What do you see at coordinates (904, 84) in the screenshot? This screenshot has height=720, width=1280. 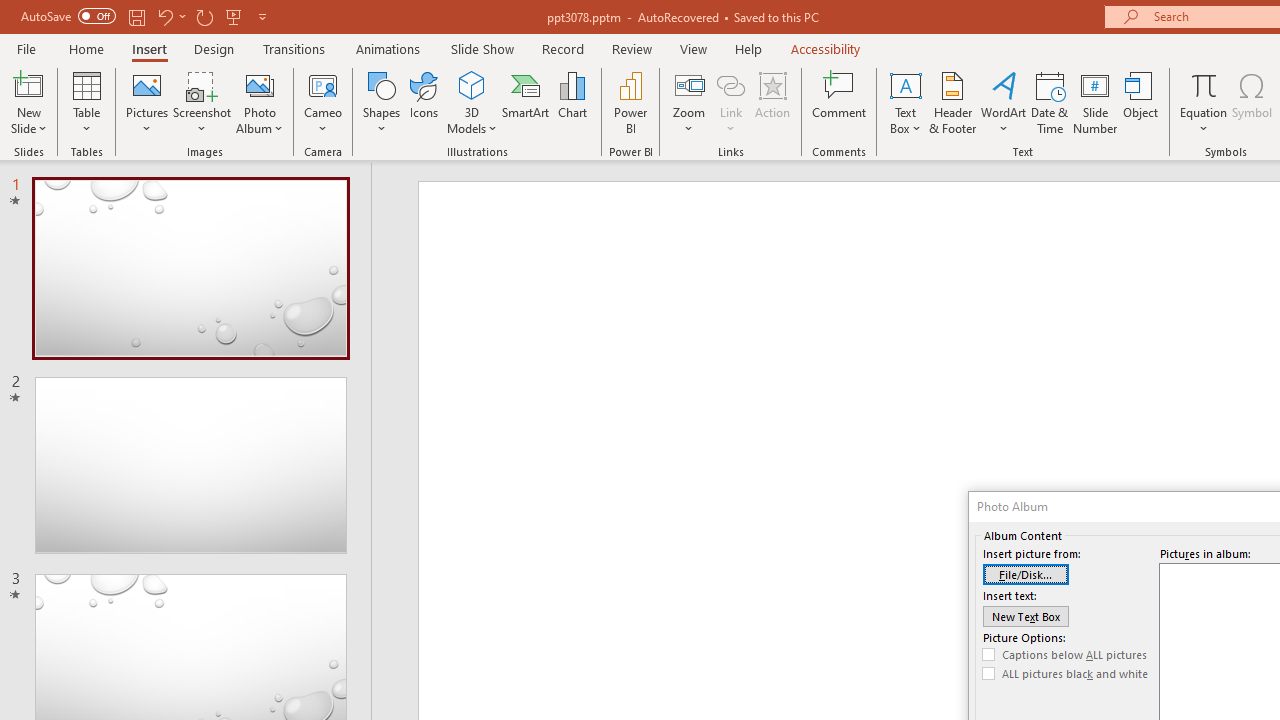 I see `'Draw Horizontal Text Box'` at bounding box center [904, 84].